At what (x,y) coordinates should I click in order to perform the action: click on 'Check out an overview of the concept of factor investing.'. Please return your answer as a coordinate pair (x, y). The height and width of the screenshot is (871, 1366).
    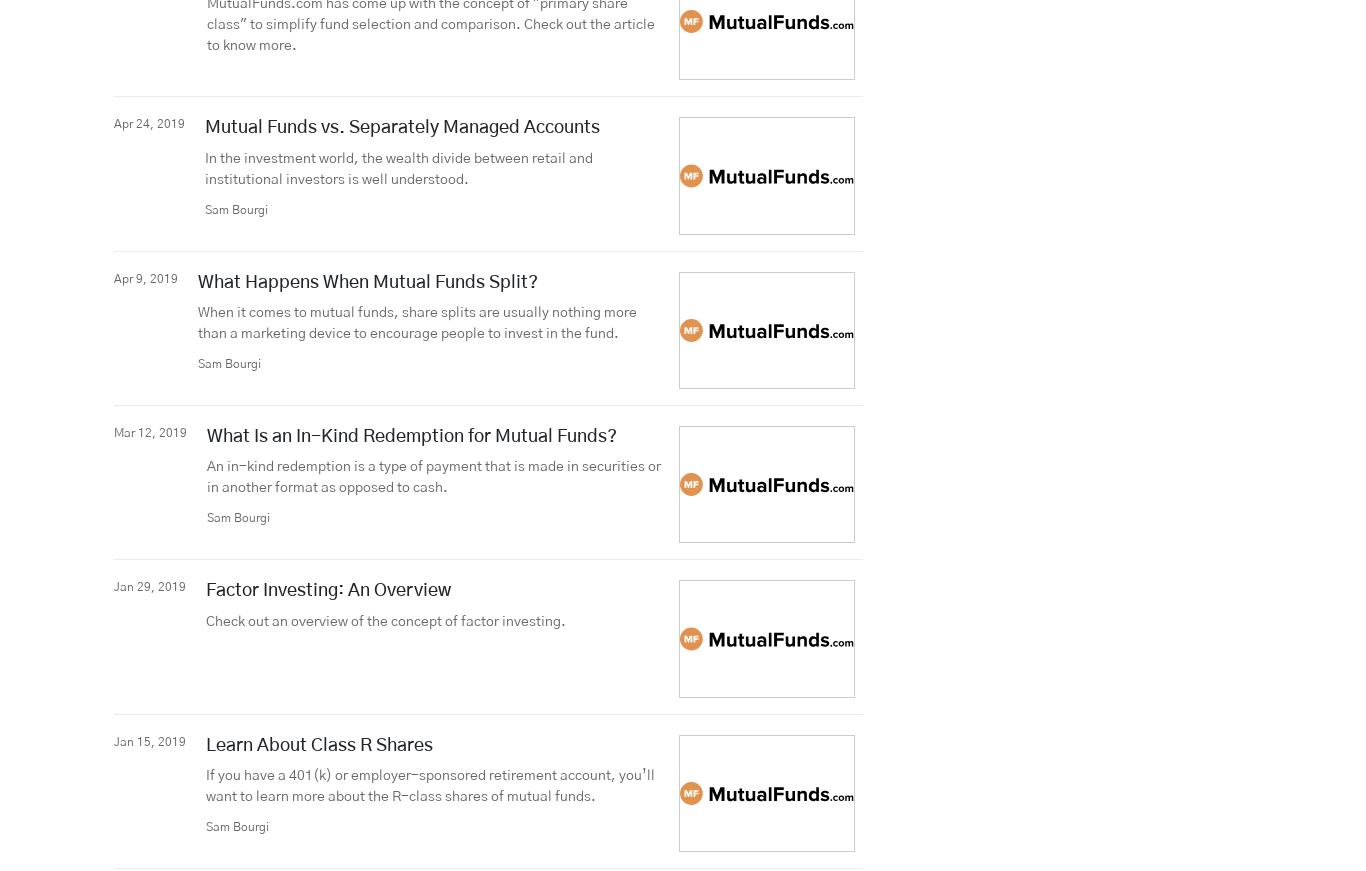
    Looking at the image, I should click on (385, 620).